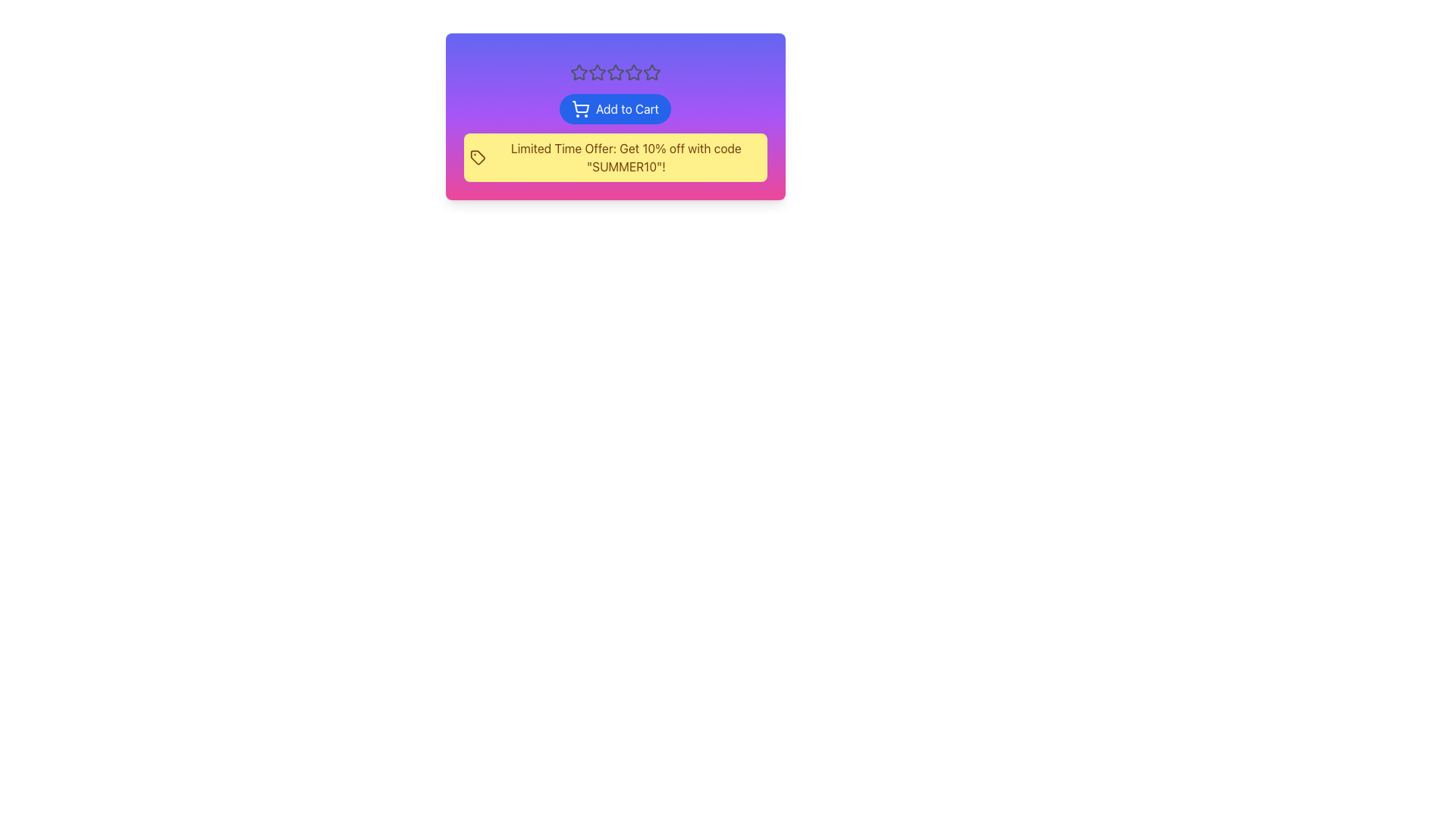 The height and width of the screenshot is (819, 1456). What do you see at coordinates (615, 158) in the screenshot?
I see `the informational notification banner located below the 'Add to Cart' button, which highlights a special discount offer and promotional code` at bounding box center [615, 158].